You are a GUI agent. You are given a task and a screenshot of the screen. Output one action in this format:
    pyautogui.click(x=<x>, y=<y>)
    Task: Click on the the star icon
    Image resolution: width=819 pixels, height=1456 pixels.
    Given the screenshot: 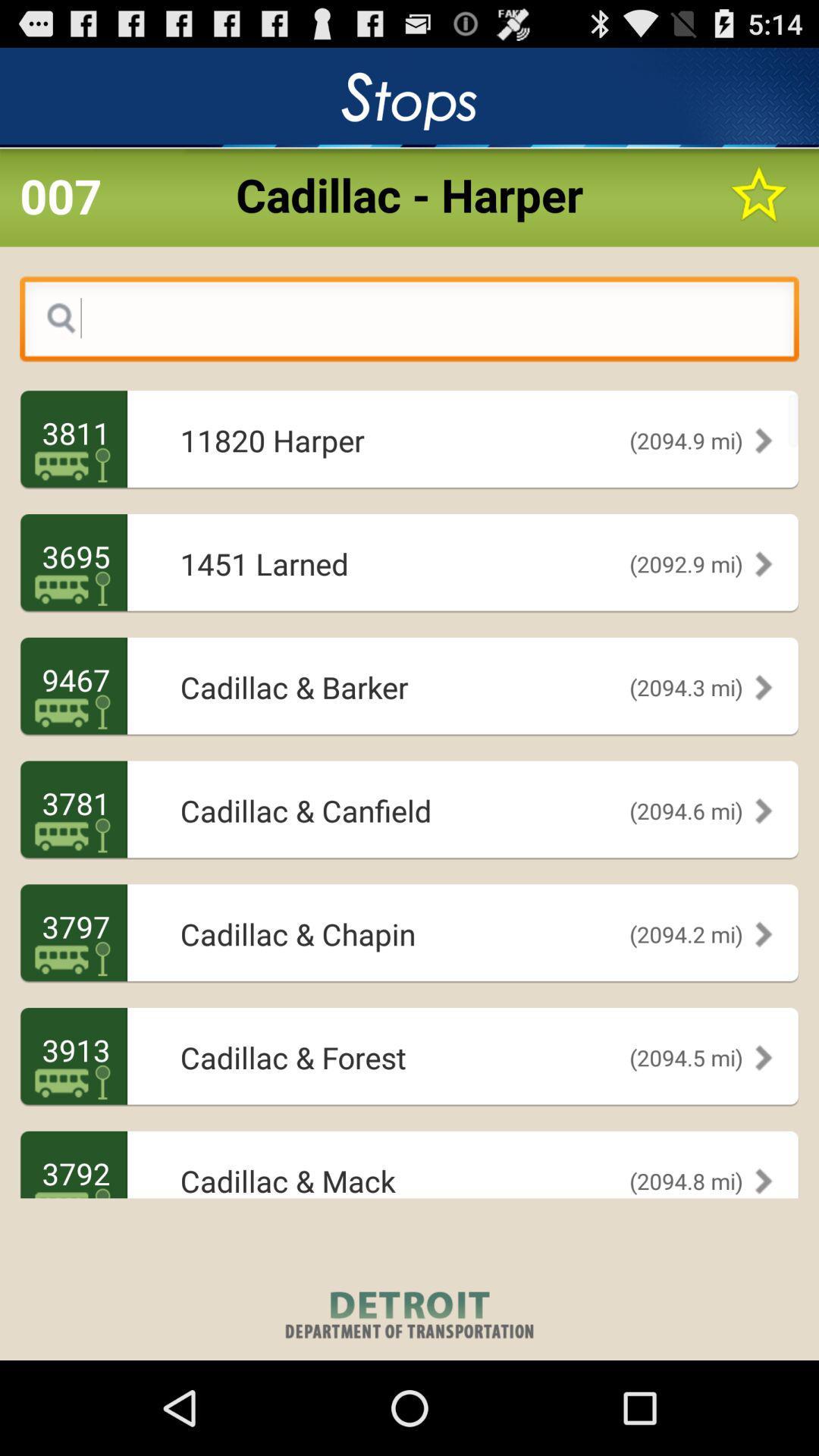 What is the action you would take?
    pyautogui.click(x=760, y=210)
    